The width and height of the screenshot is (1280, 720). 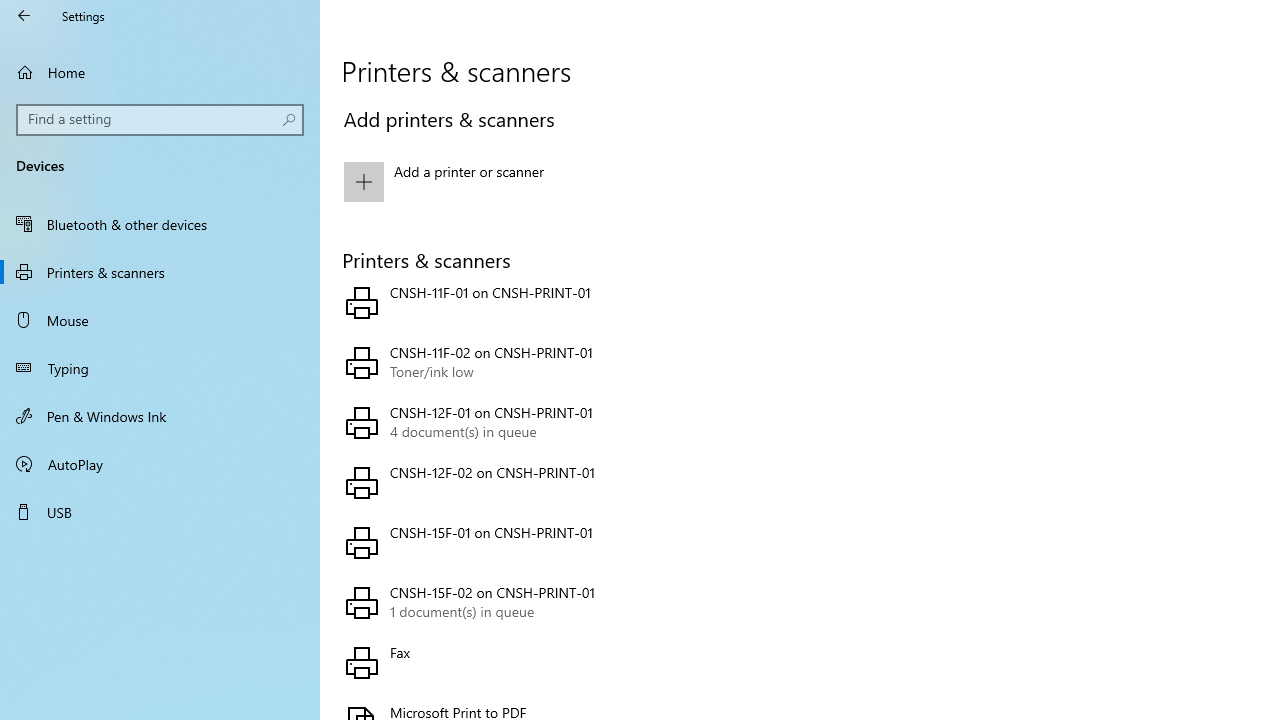 What do you see at coordinates (160, 223) in the screenshot?
I see `'Bluetooth & other devices'` at bounding box center [160, 223].